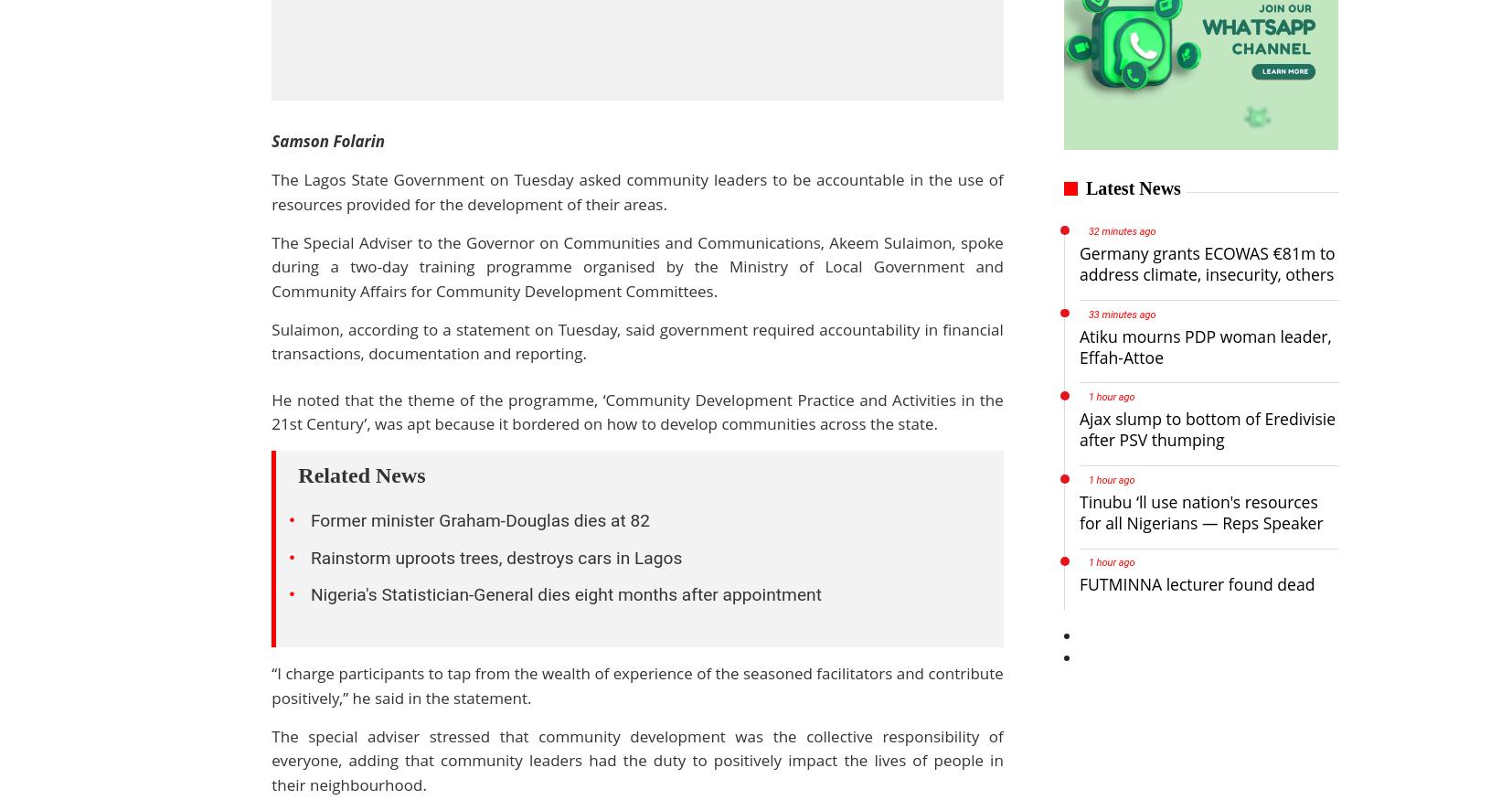 The width and height of the screenshot is (1512, 800). What do you see at coordinates (306, 774) in the screenshot?
I see `'Auto Famous'` at bounding box center [306, 774].